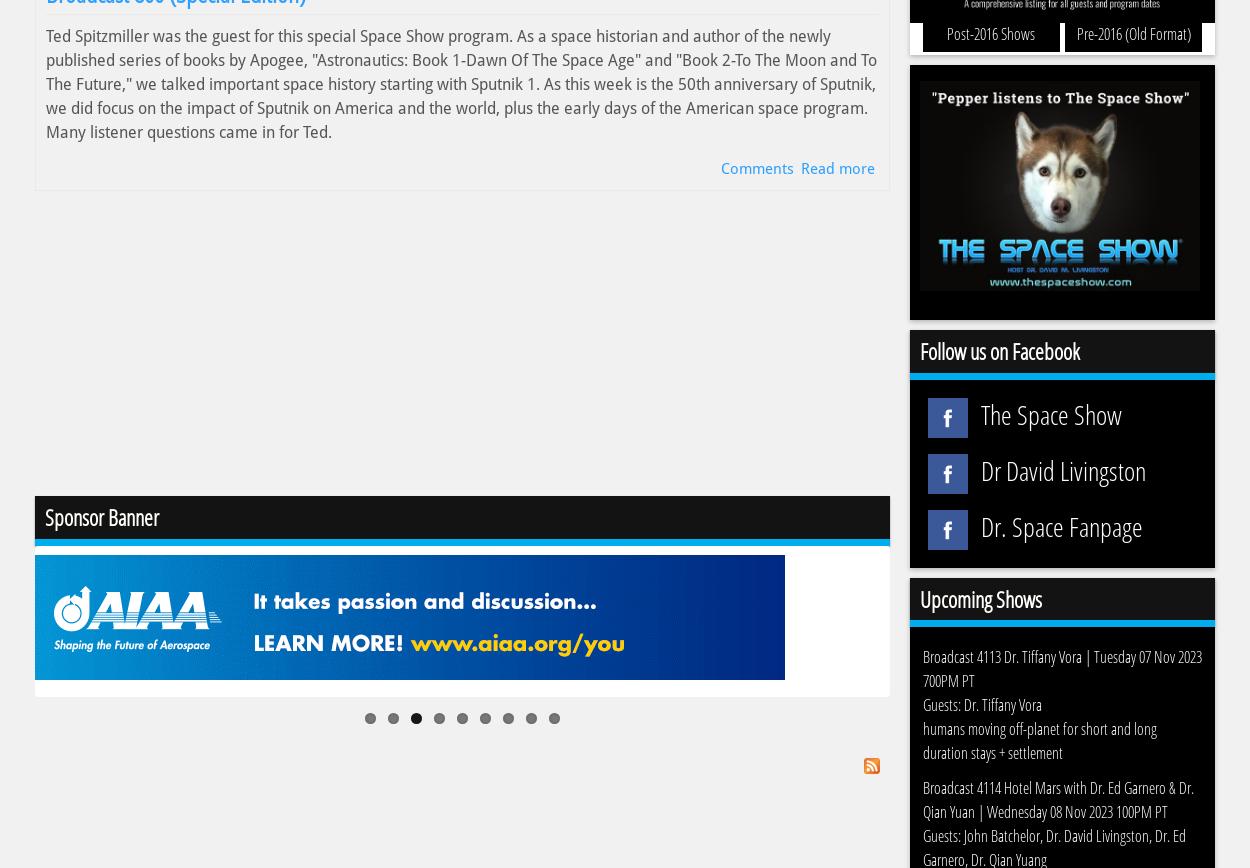  What do you see at coordinates (1133, 32) in the screenshot?
I see `'Pre-2016 (Old Format)'` at bounding box center [1133, 32].